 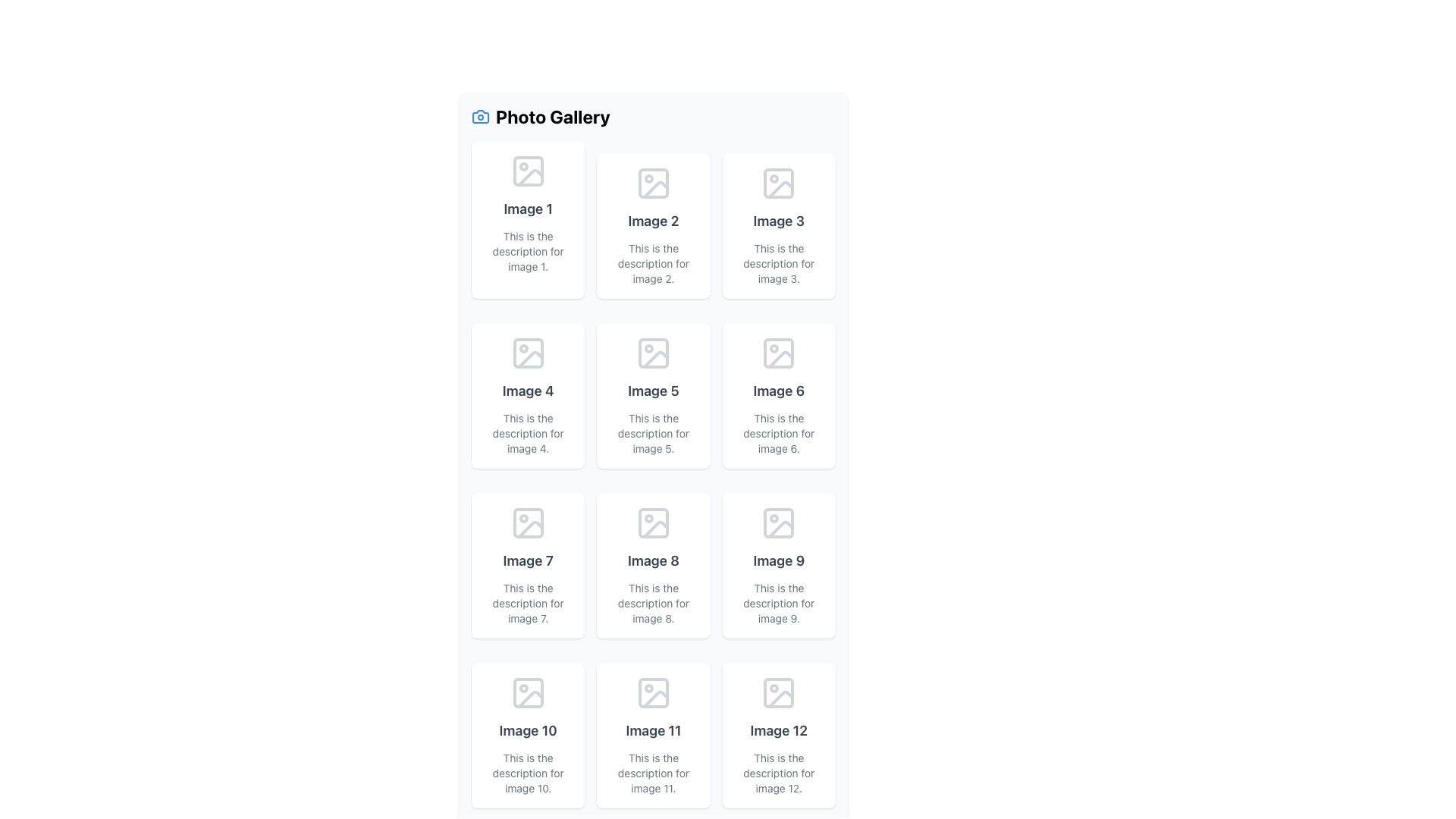 I want to click on the image icon located at the top-center of the 'Image 1' card, which serves as a visual placeholder for the card's content, so click(x=528, y=171).